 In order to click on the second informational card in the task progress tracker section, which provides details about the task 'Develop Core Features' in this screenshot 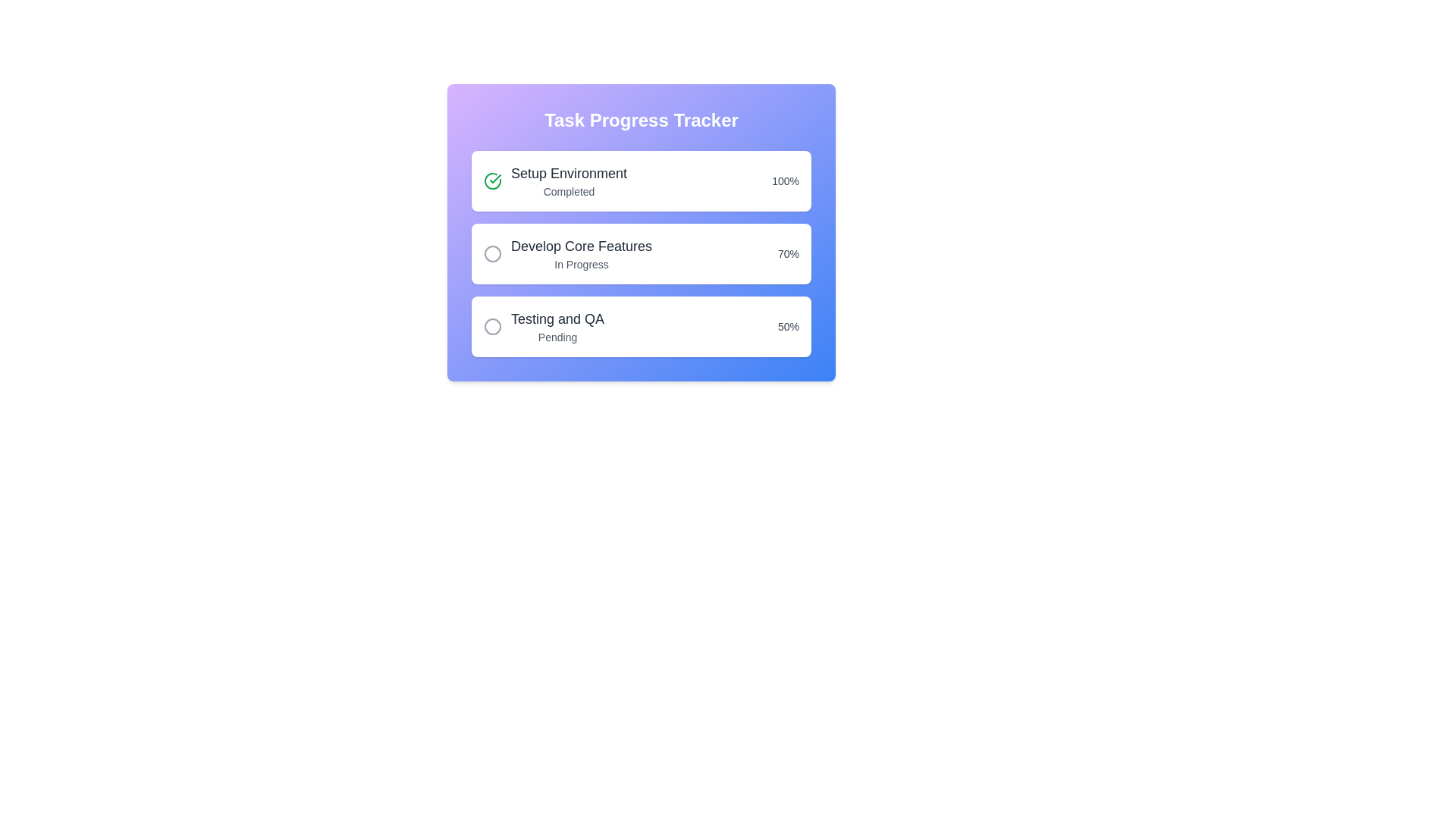, I will do `click(641, 233)`.